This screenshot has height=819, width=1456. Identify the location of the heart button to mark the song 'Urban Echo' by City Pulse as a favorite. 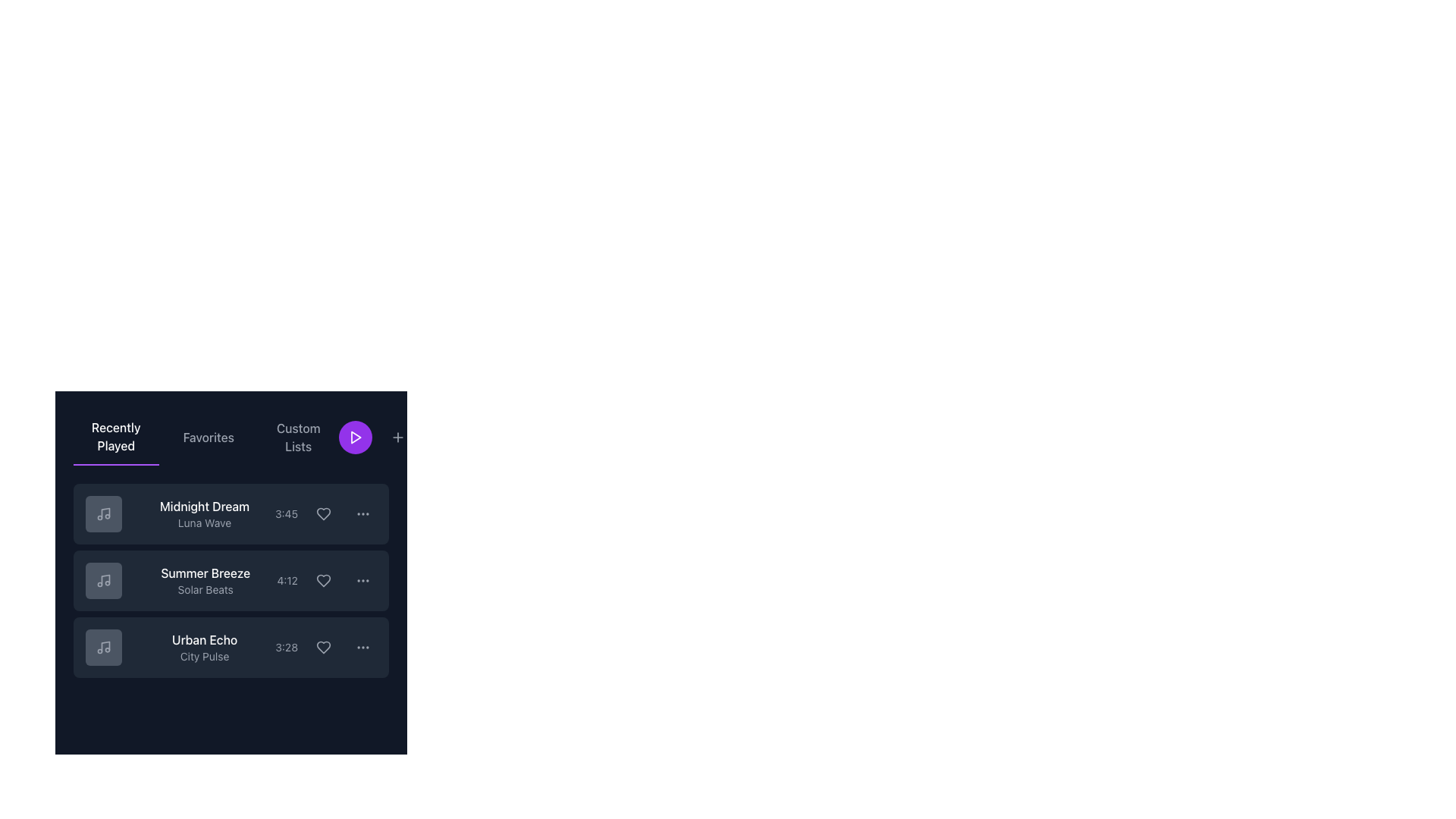
(323, 647).